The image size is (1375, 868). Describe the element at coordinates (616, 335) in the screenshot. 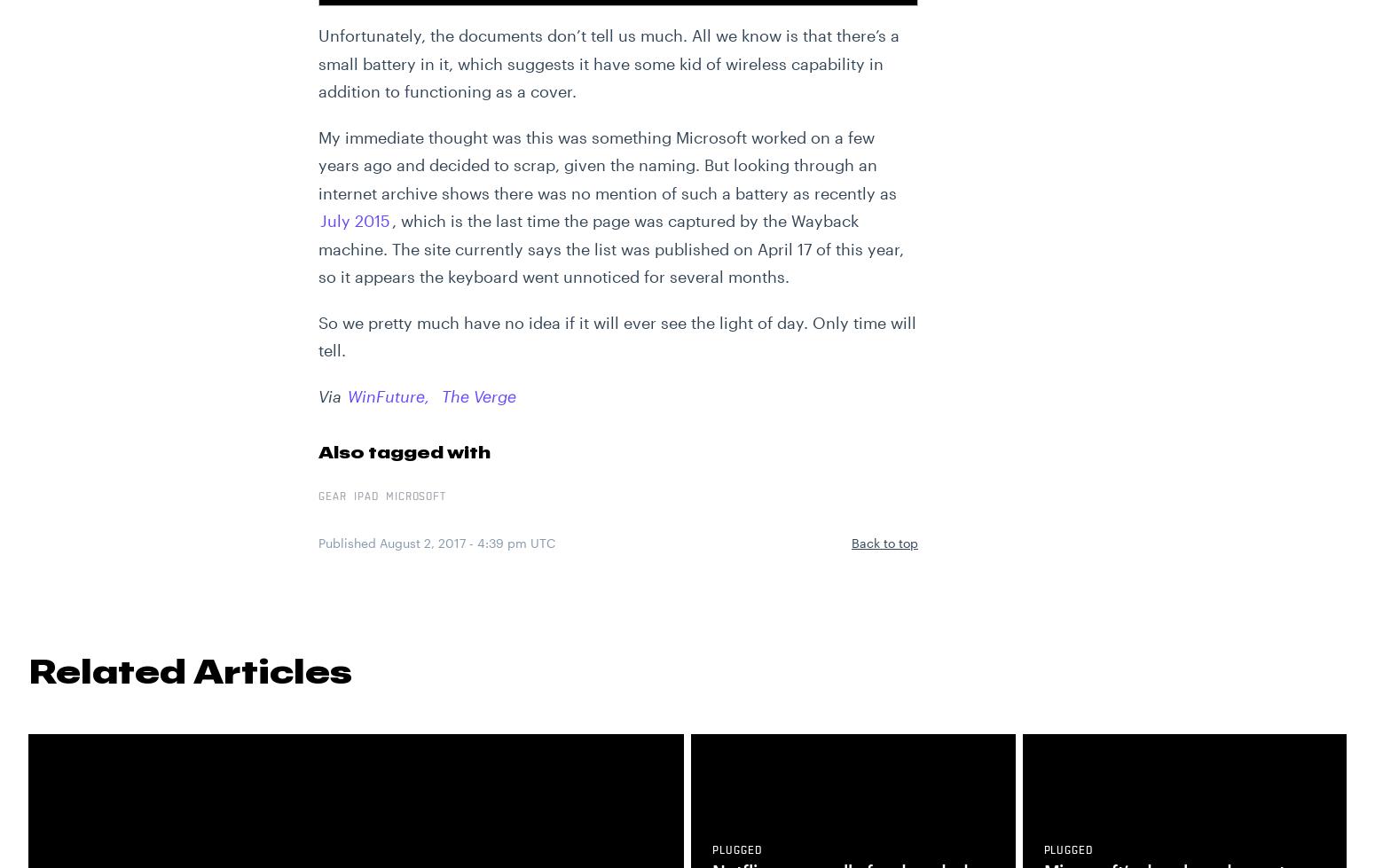

I see `'So we pretty much have no idea if it will ever see the light of day. Only time will tell.'` at that location.